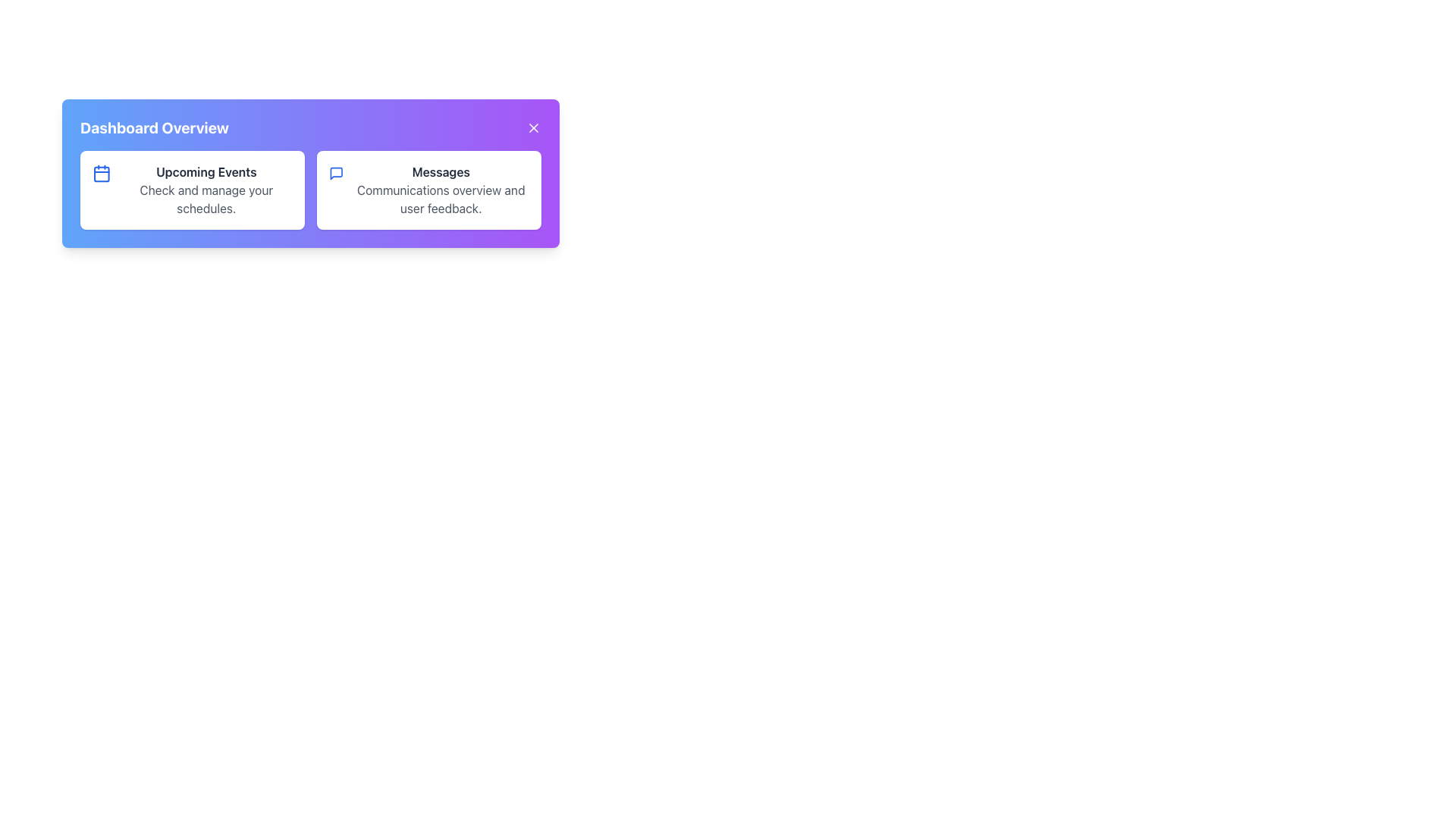 This screenshot has height=819, width=1456. I want to click on the 'Messages' icon located on the right side of the two-column card in the dashboard overview pane, so click(335, 172).